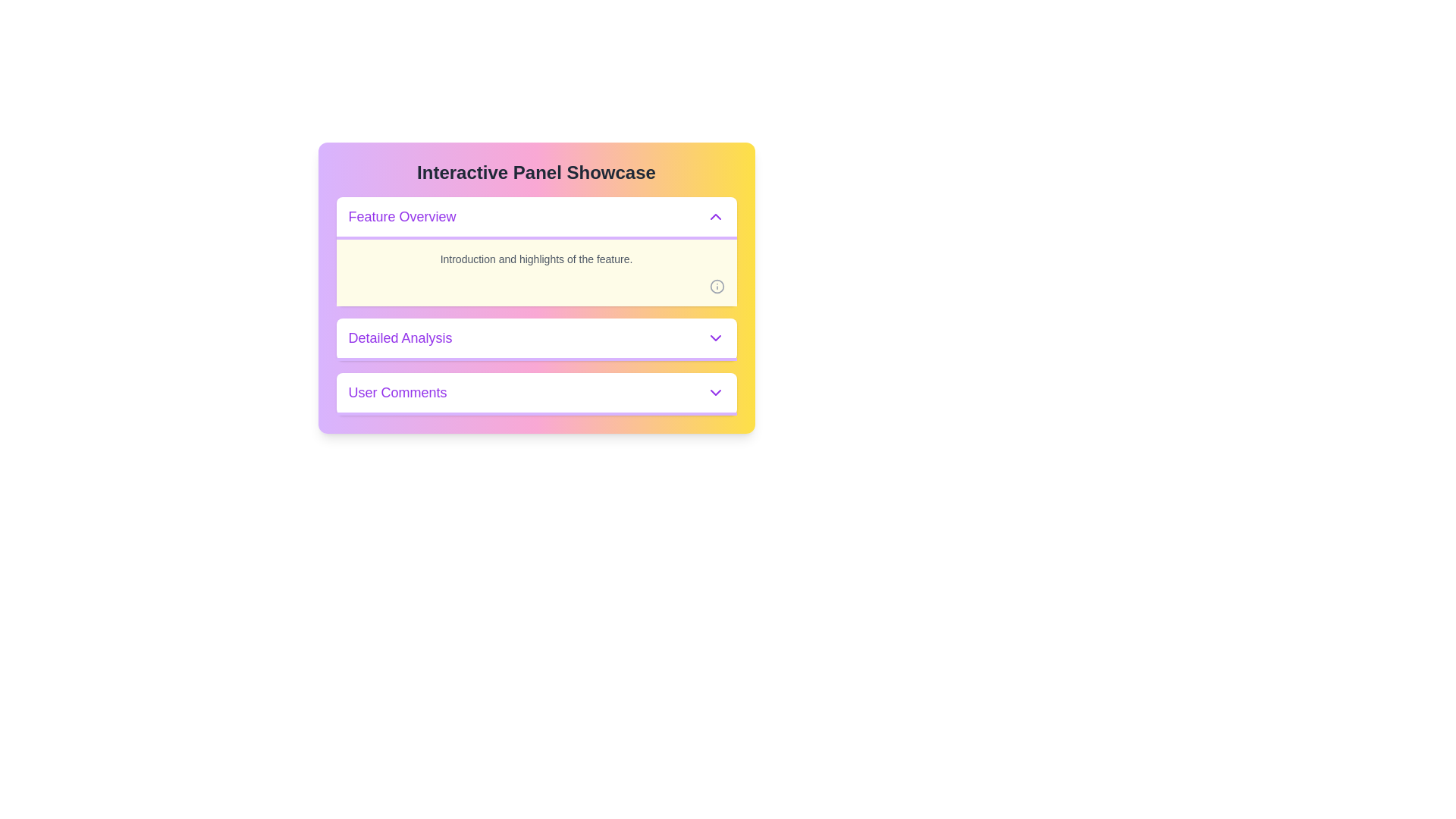 The width and height of the screenshot is (1456, 819). What do you see at coordinates (714, 391) in the screenshot?
I see `the chevron icon on the Dropdown toggle button` at bounding box center [714, 391].